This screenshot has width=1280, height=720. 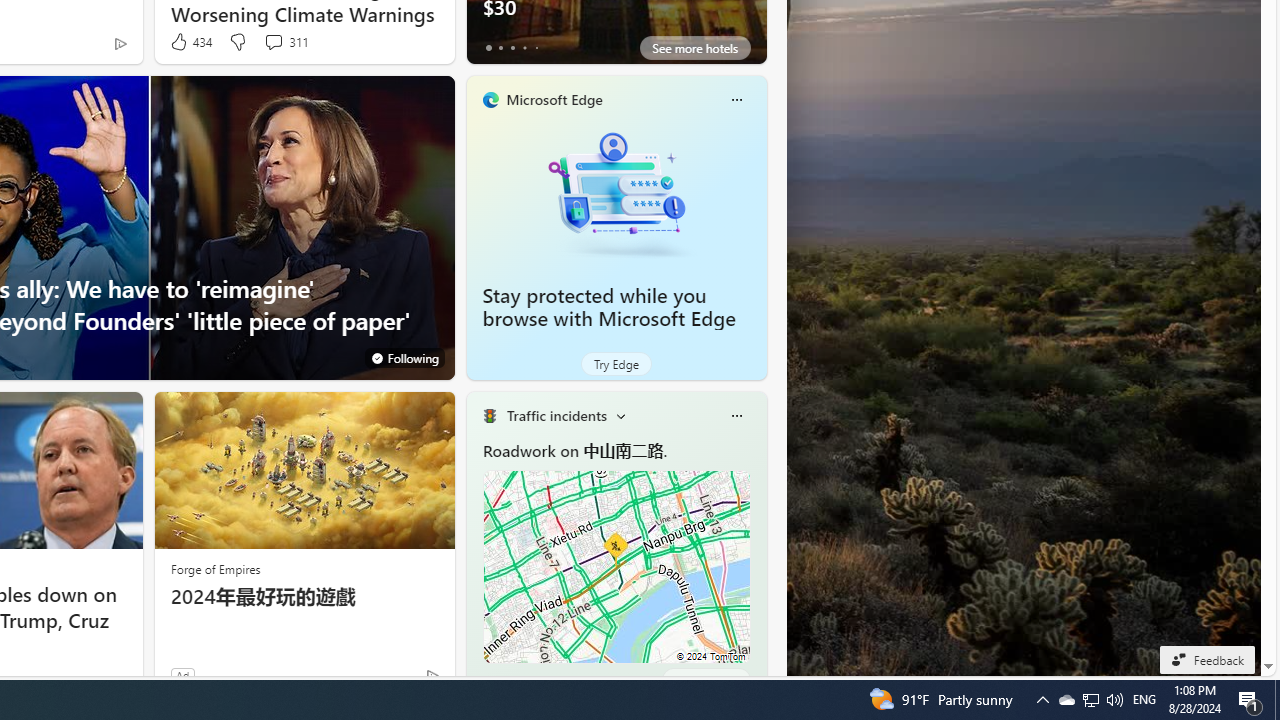 I want to click on 'Change scenarios', so click(x=619, y=414).